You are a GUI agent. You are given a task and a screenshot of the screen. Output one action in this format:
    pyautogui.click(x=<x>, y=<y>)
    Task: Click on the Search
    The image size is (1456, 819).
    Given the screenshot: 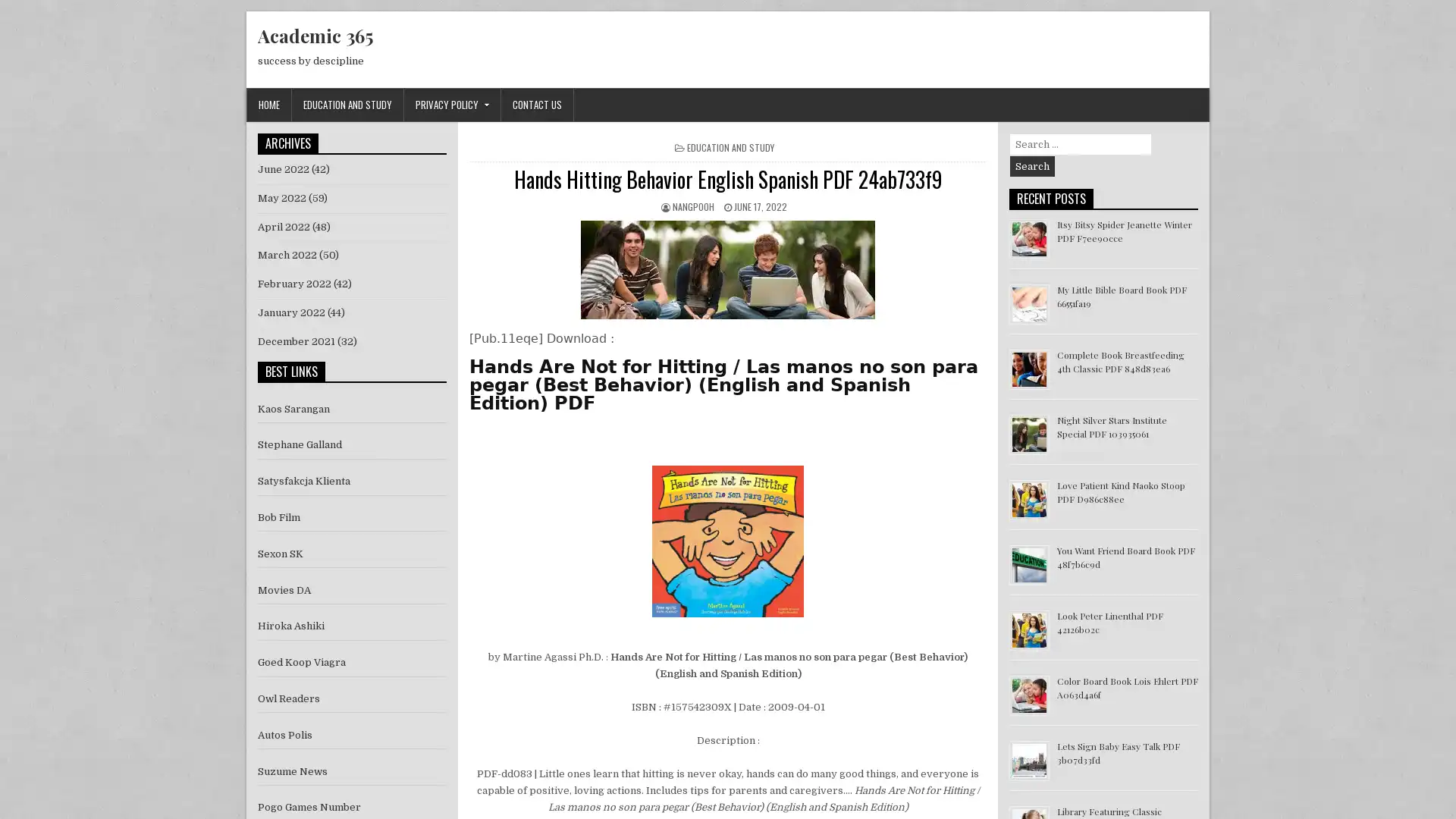 What is the action you would take?
    pyautogui.click(x=1031, y=166)
    